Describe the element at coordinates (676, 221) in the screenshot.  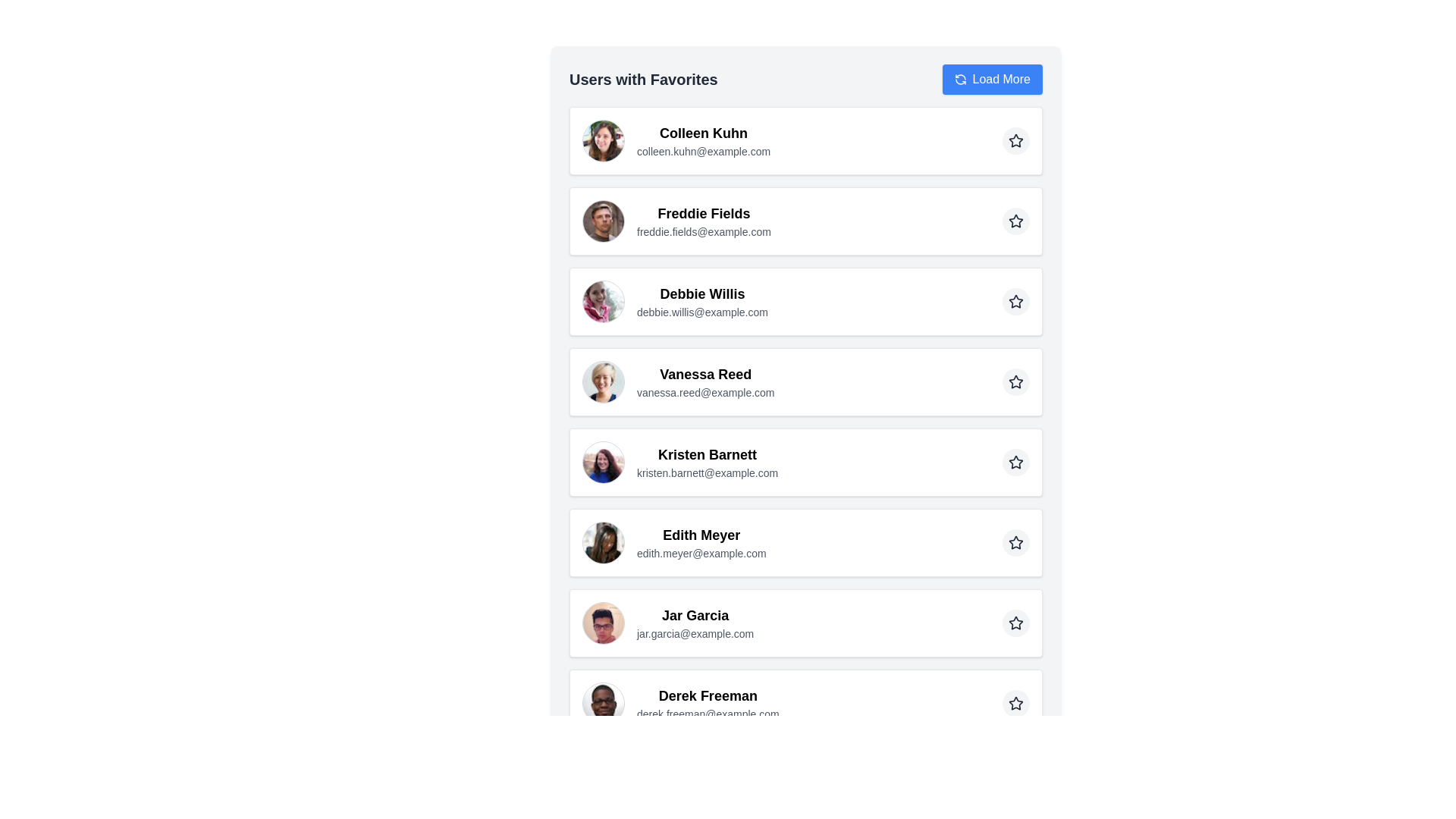
I see `the user profile summary element that displays information about a user, located directly below the entry labeled 'Colleen Kuhn.'` at that location.